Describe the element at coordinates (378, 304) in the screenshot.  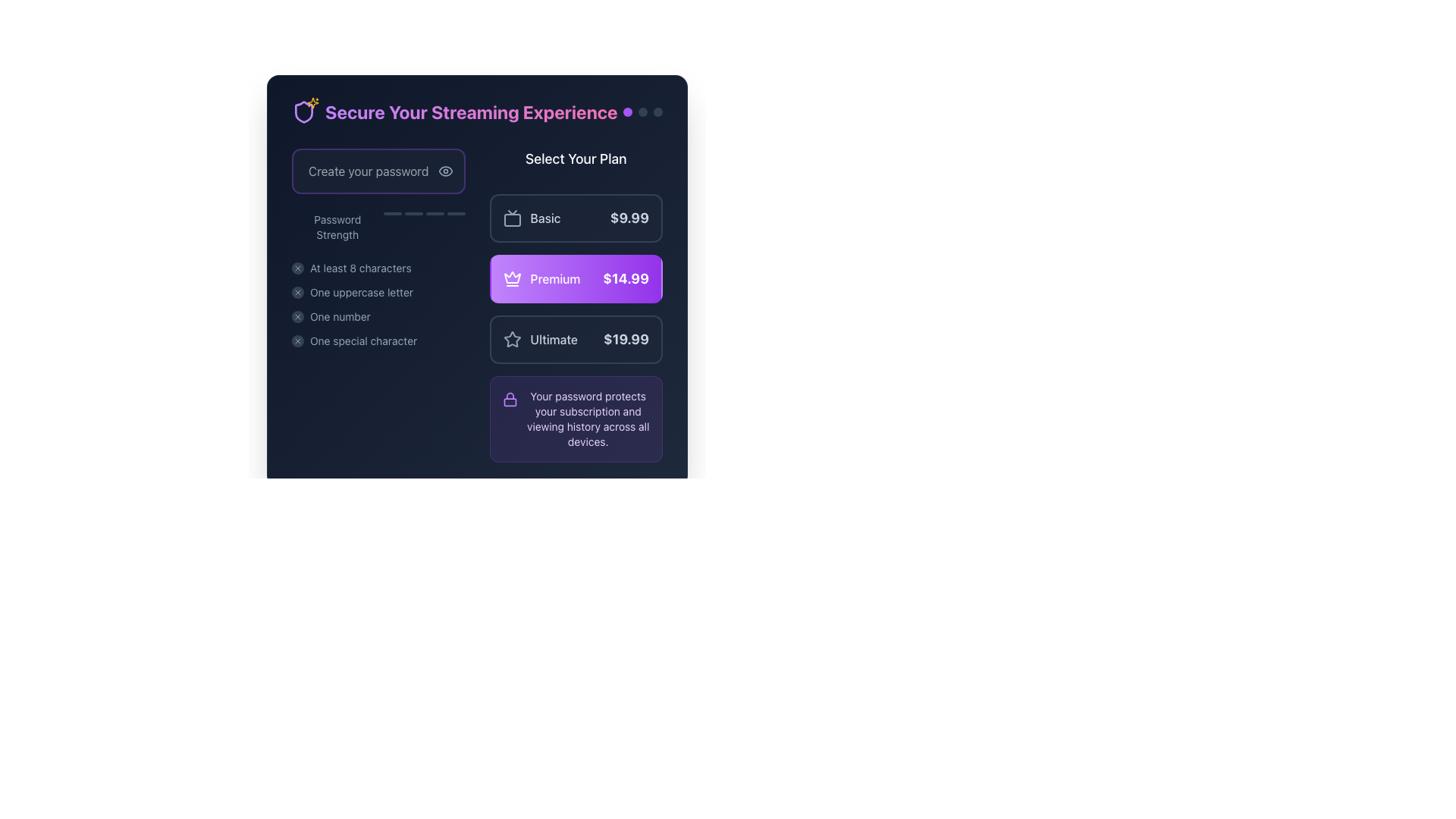
I see `details listed in the instructional list of password requirements, which includes items like 'At least 8 characters', 'One uppercase letter', 'One number', and 'One special character'` at that location.